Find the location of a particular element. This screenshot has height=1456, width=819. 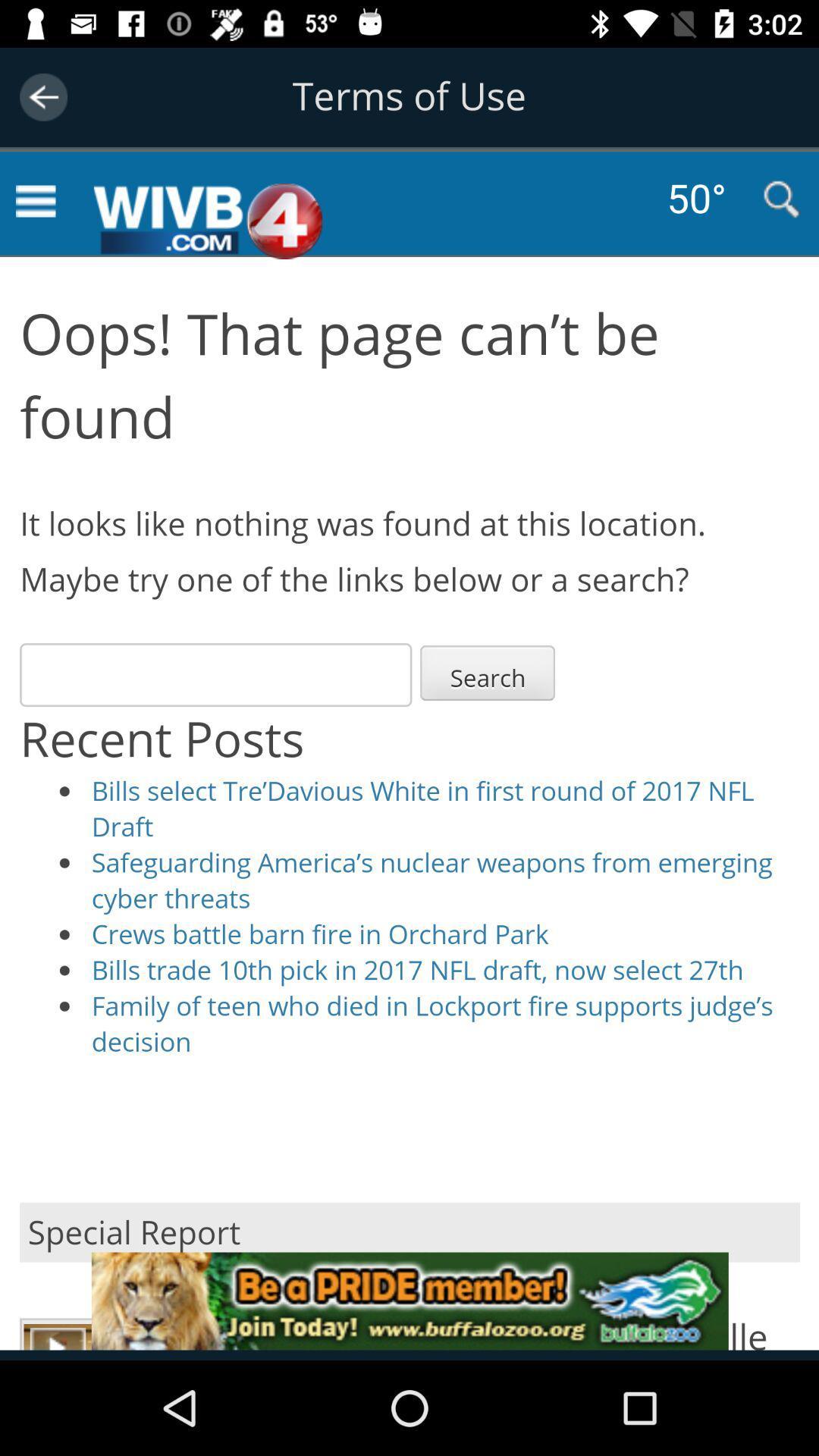

the arrow_backward icon is located at coordinates (42, 96).